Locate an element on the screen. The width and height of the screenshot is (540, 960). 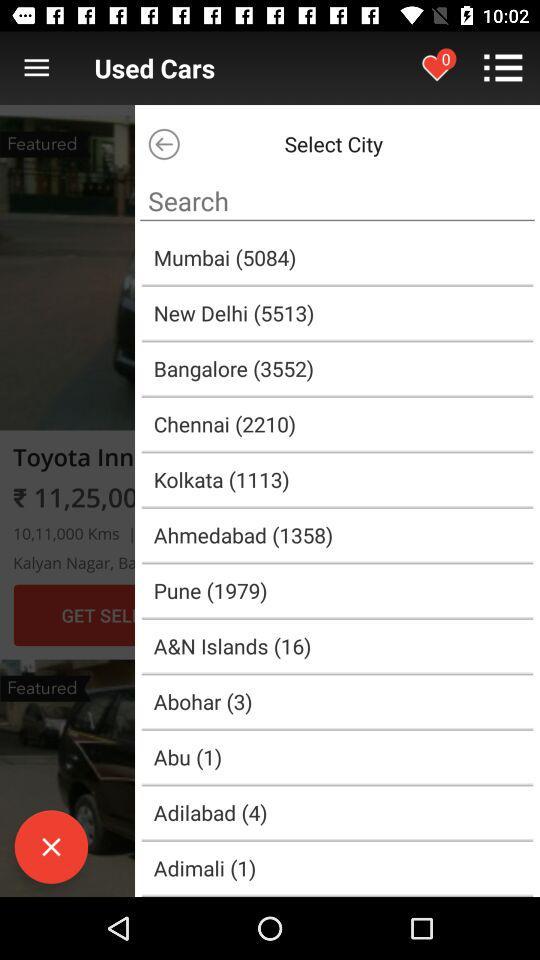
the arrow_backward icon is located at coordinates (163, 141).